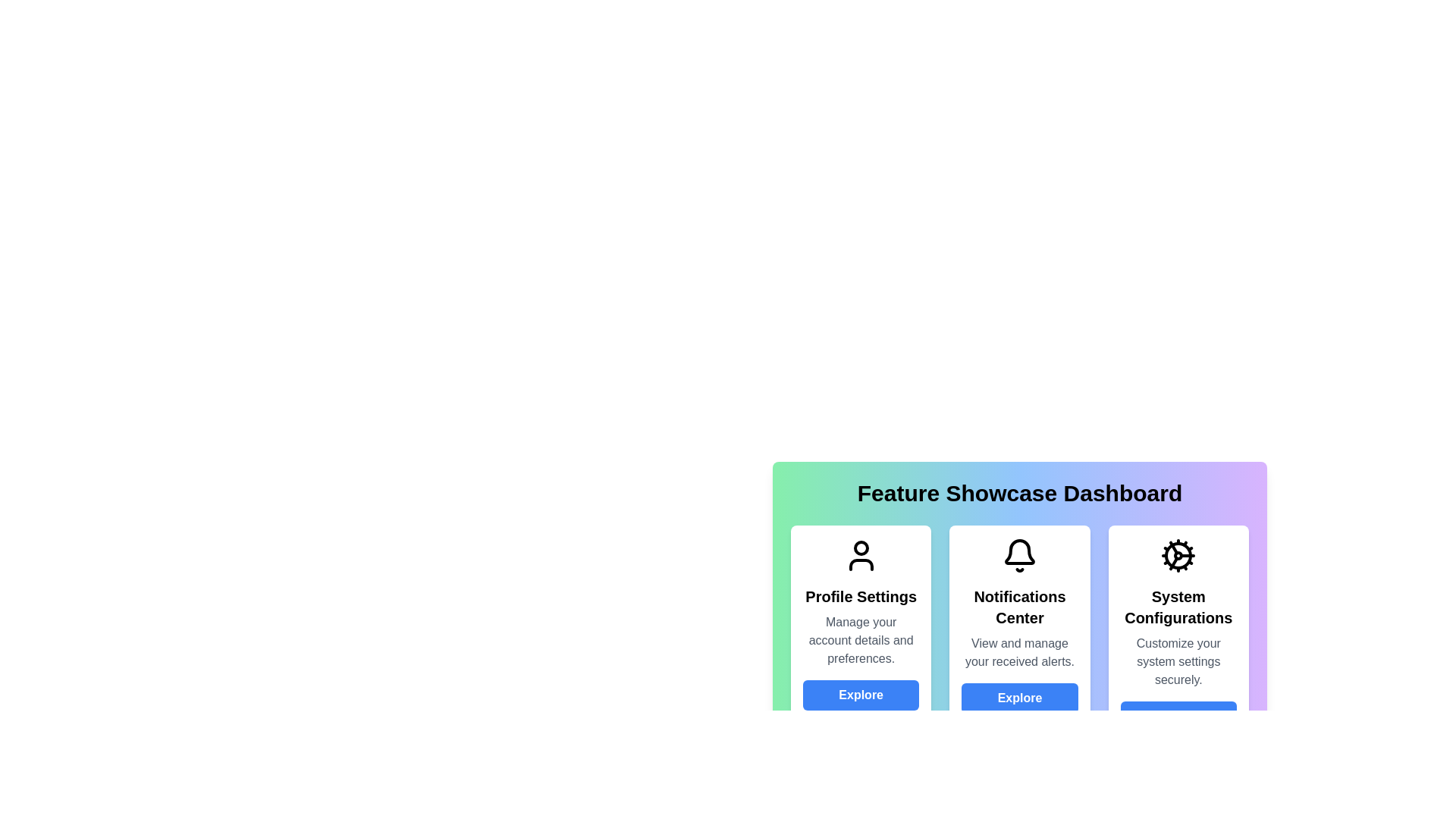 Image resolution: width=1456 pixels, height=819 pixels. I want to click on the descriptive text label summarizing the functionality of the 'Notifications Center' section, which is located beneath the title 'Notifications Center' and above the 'Explore' button, so click(1019, 651).